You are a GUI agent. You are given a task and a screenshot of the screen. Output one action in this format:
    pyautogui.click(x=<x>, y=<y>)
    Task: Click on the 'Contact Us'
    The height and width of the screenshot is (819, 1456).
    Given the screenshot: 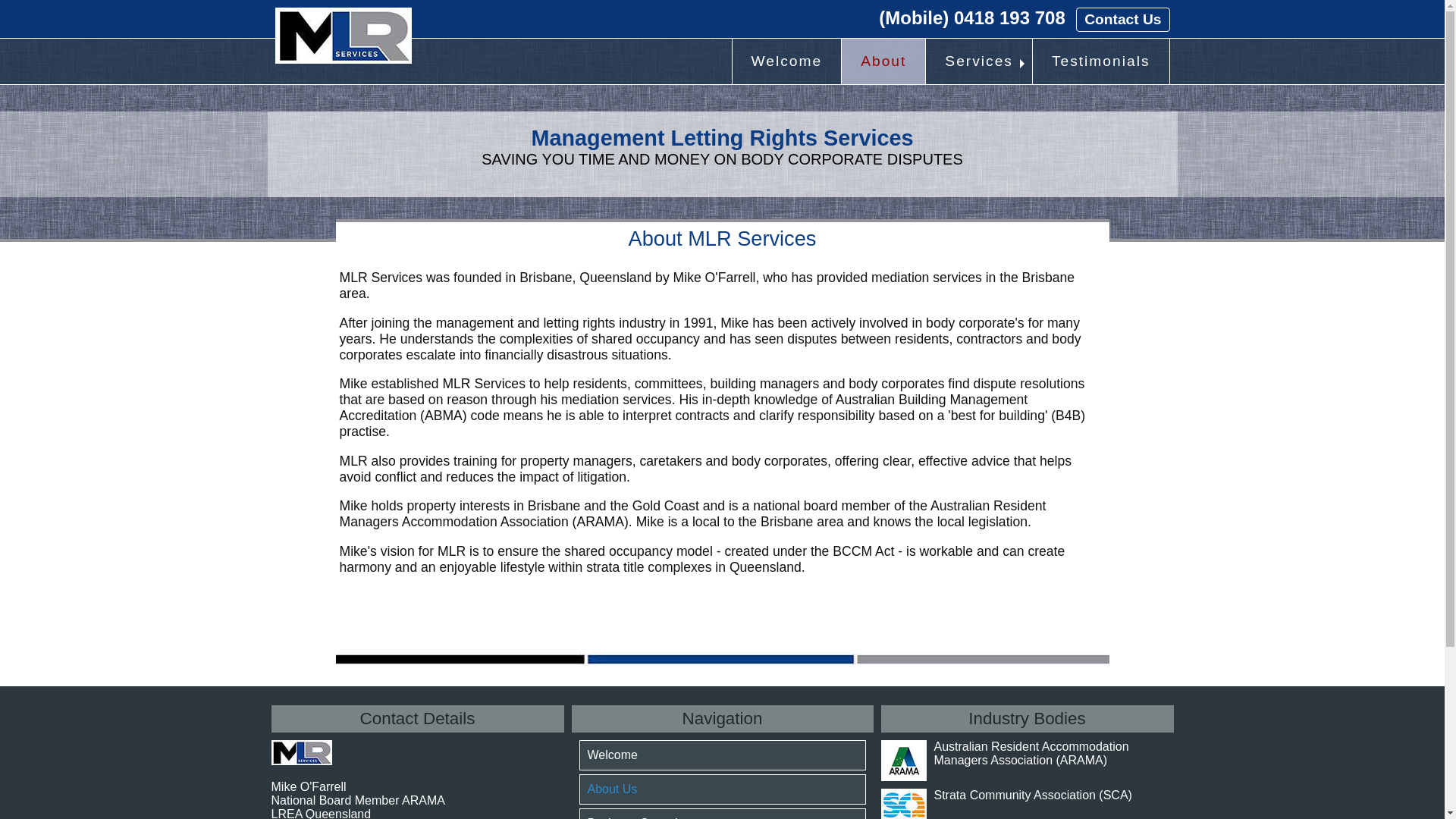 What is the action you would take?
    pyautogui.click(x=1075, y=20)
    